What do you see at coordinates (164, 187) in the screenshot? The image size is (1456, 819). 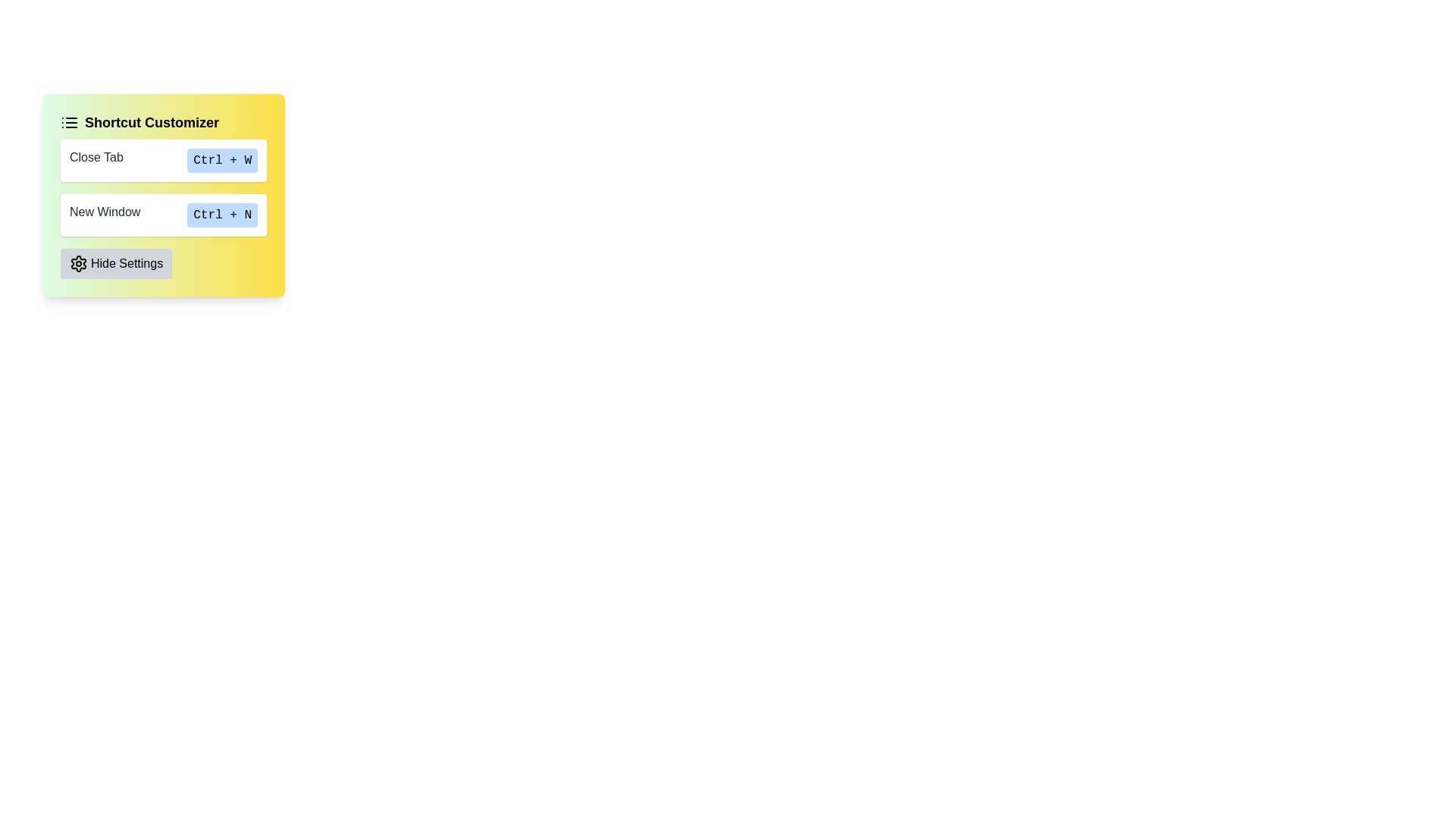 I see `the 'Shortcut Customizer' section which contains a list of shortcut instructions, located centrally below its title and above the 'Hide Settings' button` at bounding box center [164, 187].